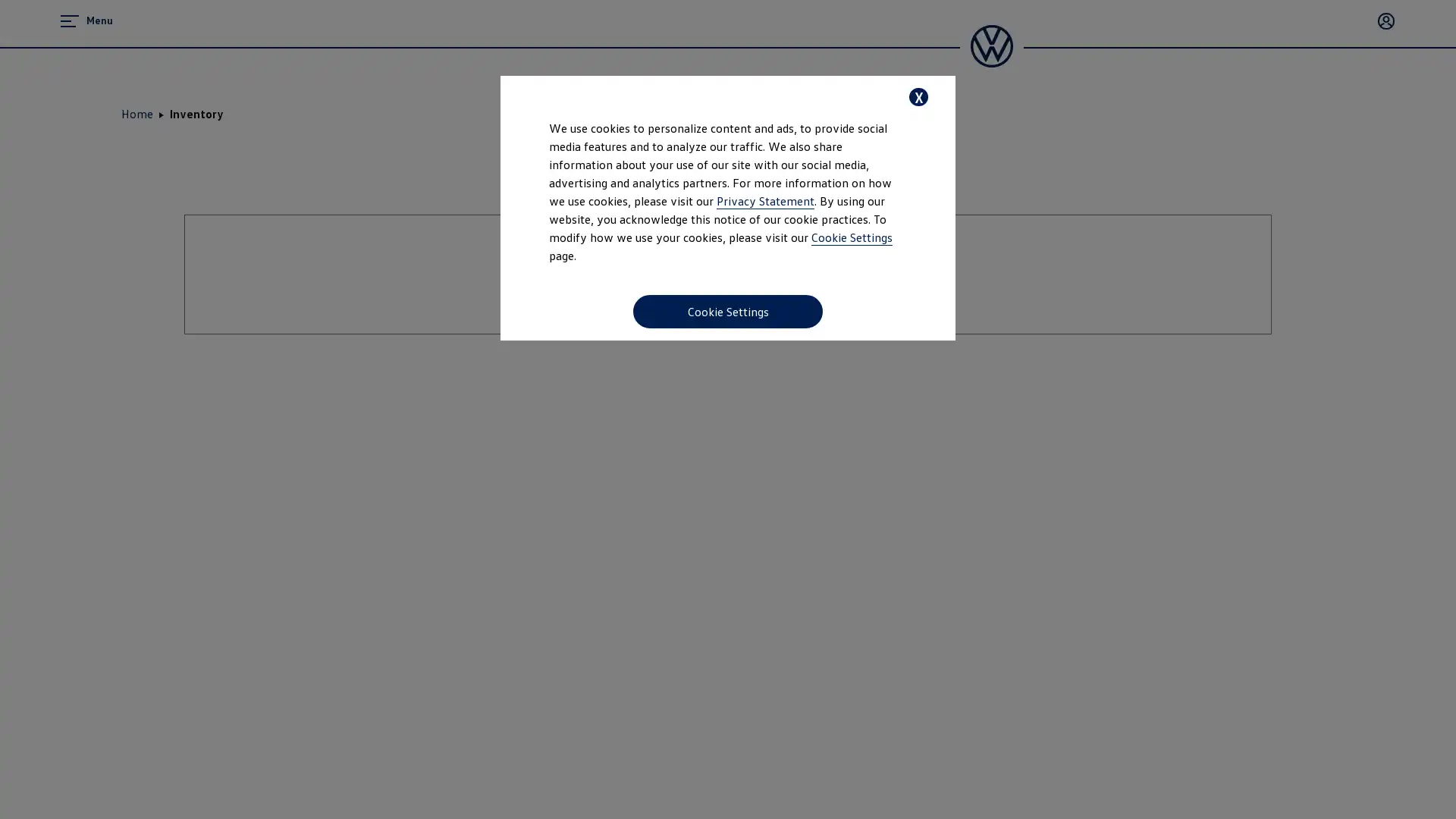 This screenshot has width=1456, height=819. Describe the element at coordinates (86, 20) in the screenshot. I see `Menu` at that location.